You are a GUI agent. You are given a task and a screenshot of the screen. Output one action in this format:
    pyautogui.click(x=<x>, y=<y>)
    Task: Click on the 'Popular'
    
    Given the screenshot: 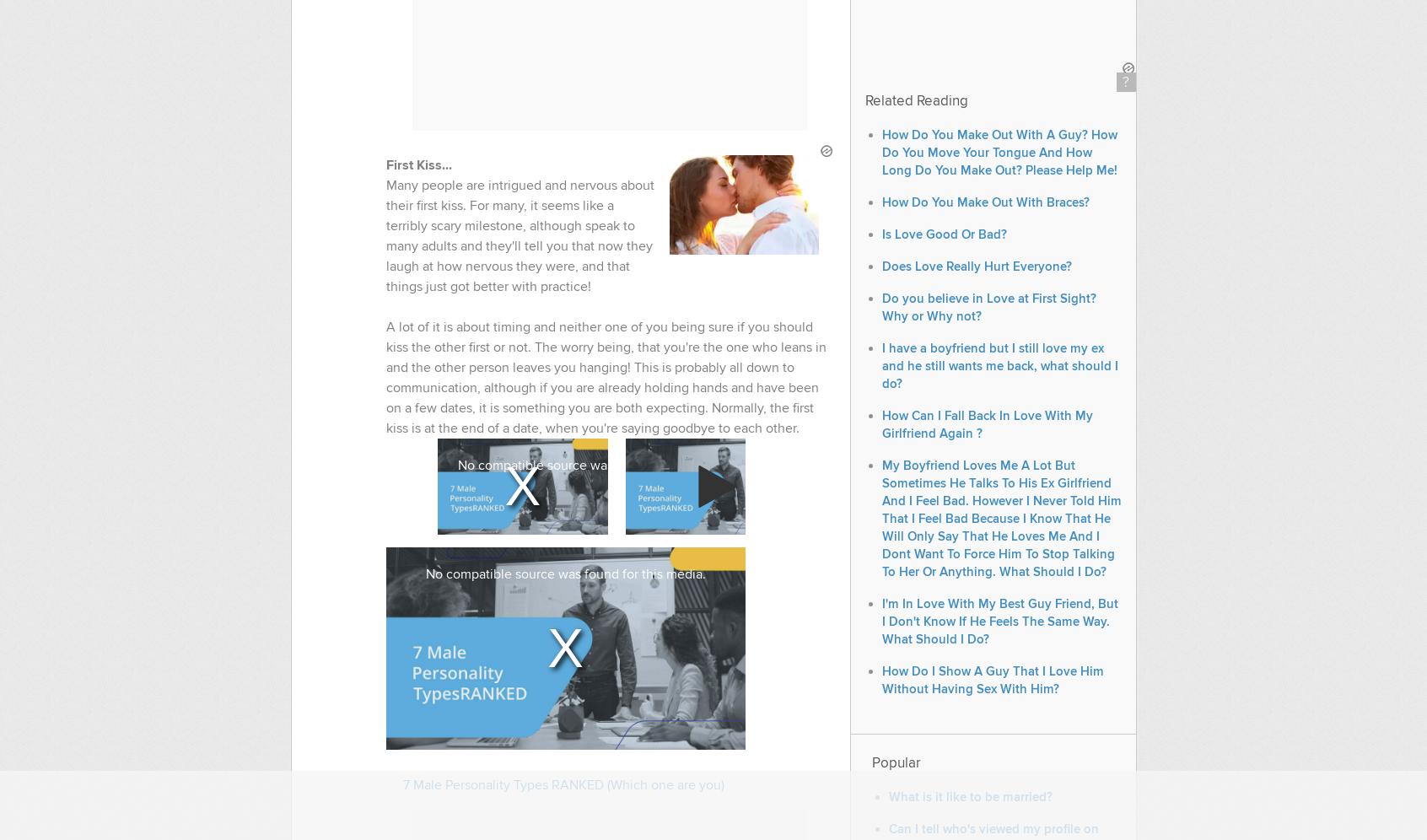 What is the action you would take?
    pyautogui.click(x=870, y=762)
    